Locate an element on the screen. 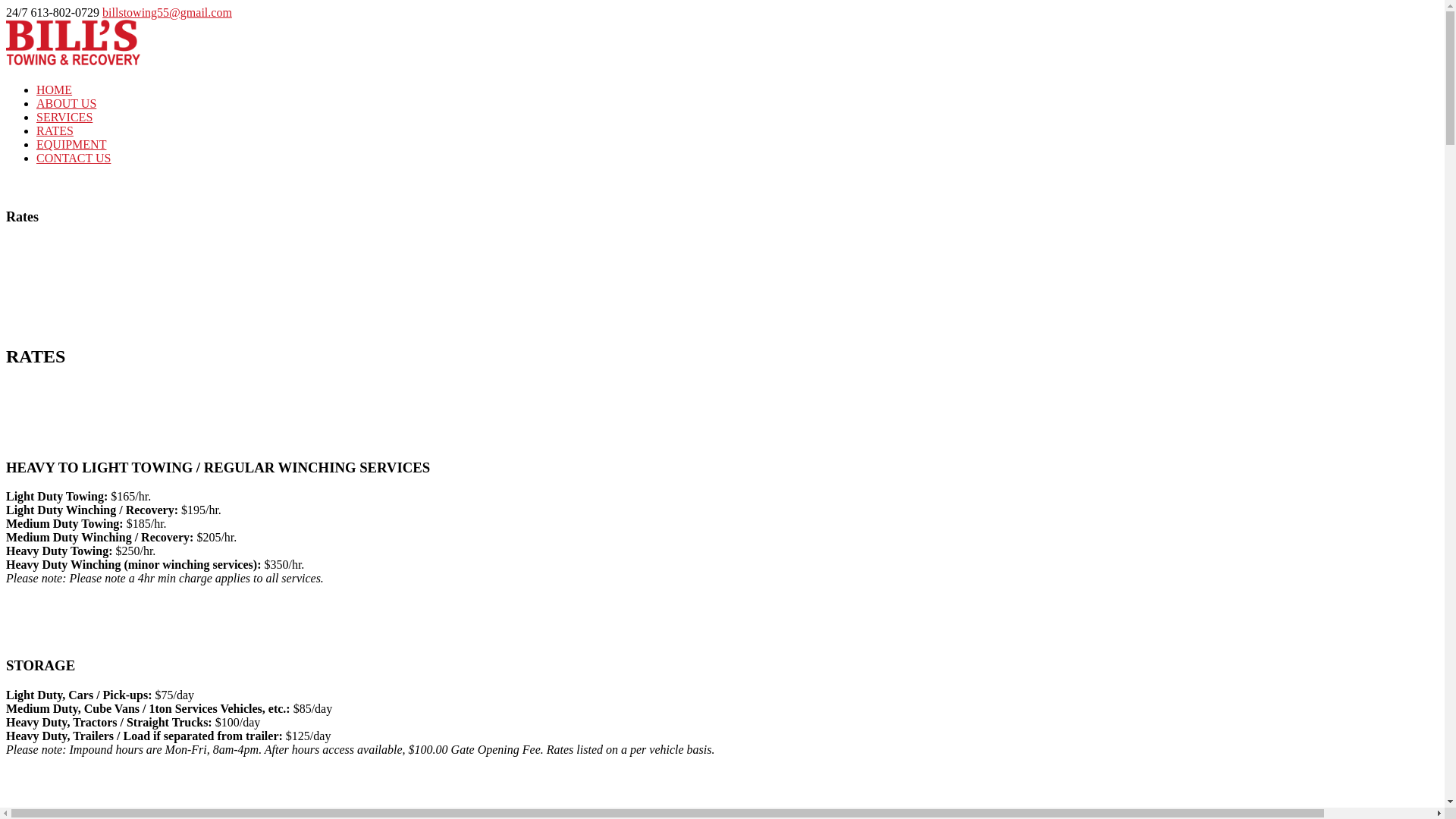  'CONTACT US' is located at coordinates (36, 158).